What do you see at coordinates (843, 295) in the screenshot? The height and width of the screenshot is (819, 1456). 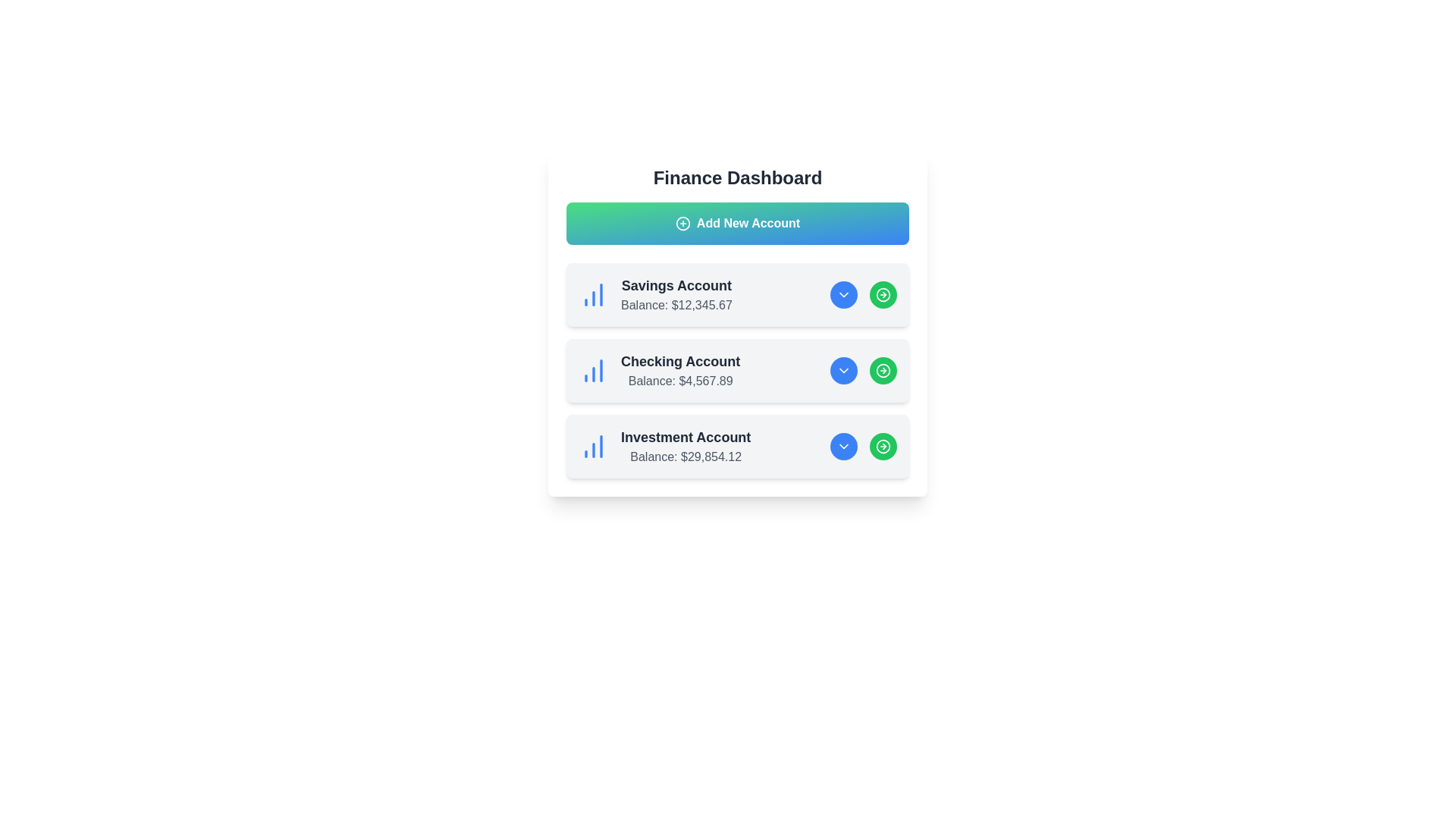 I see `the dropdown icon next to the Savings Account account to expand its details` at bounding box center [843, 295].